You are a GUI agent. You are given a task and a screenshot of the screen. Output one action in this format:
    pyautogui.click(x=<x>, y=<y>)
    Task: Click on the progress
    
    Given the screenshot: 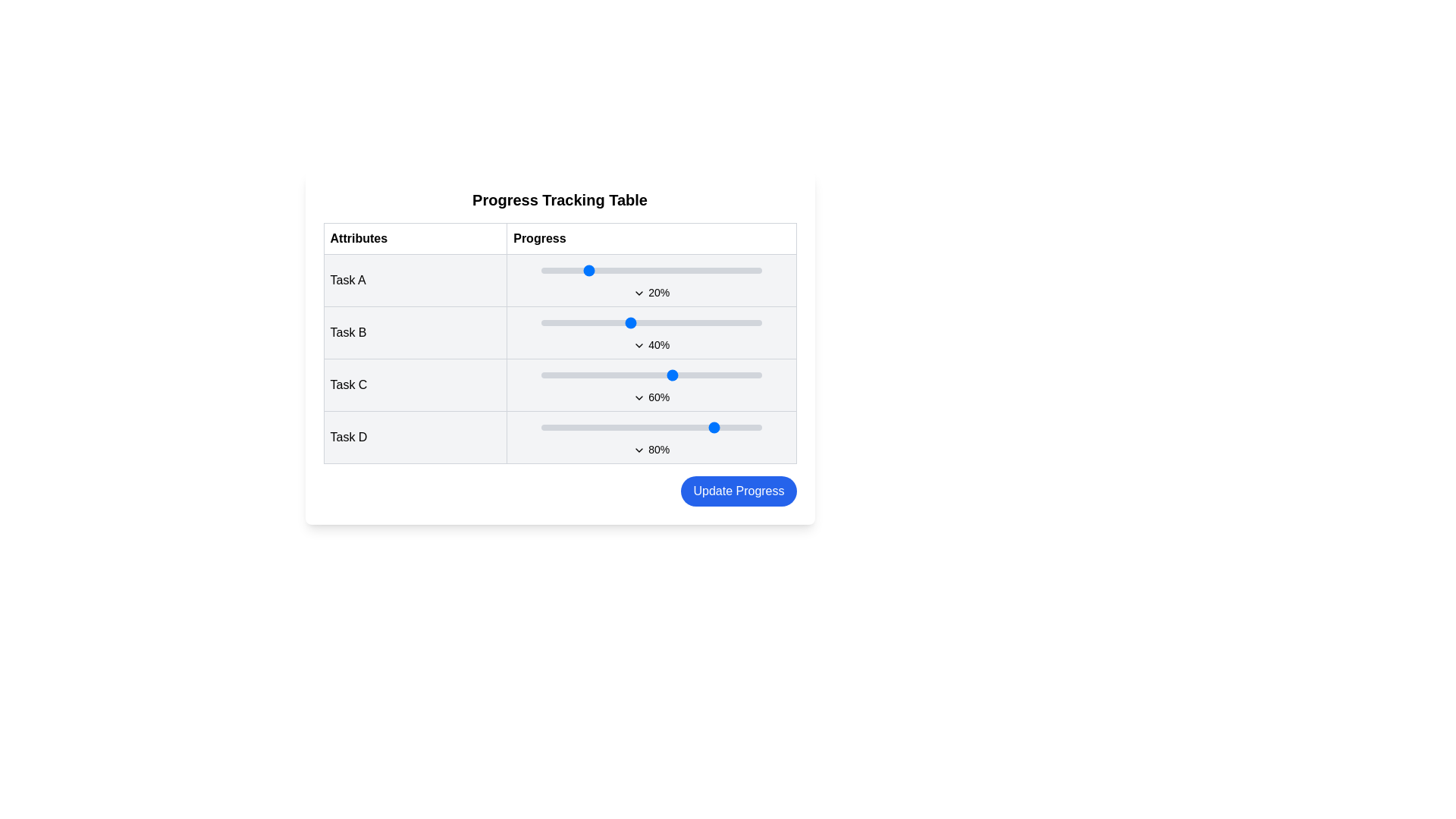 What is the action you would take?
    pyautogui.click(x=711, y=322)
    